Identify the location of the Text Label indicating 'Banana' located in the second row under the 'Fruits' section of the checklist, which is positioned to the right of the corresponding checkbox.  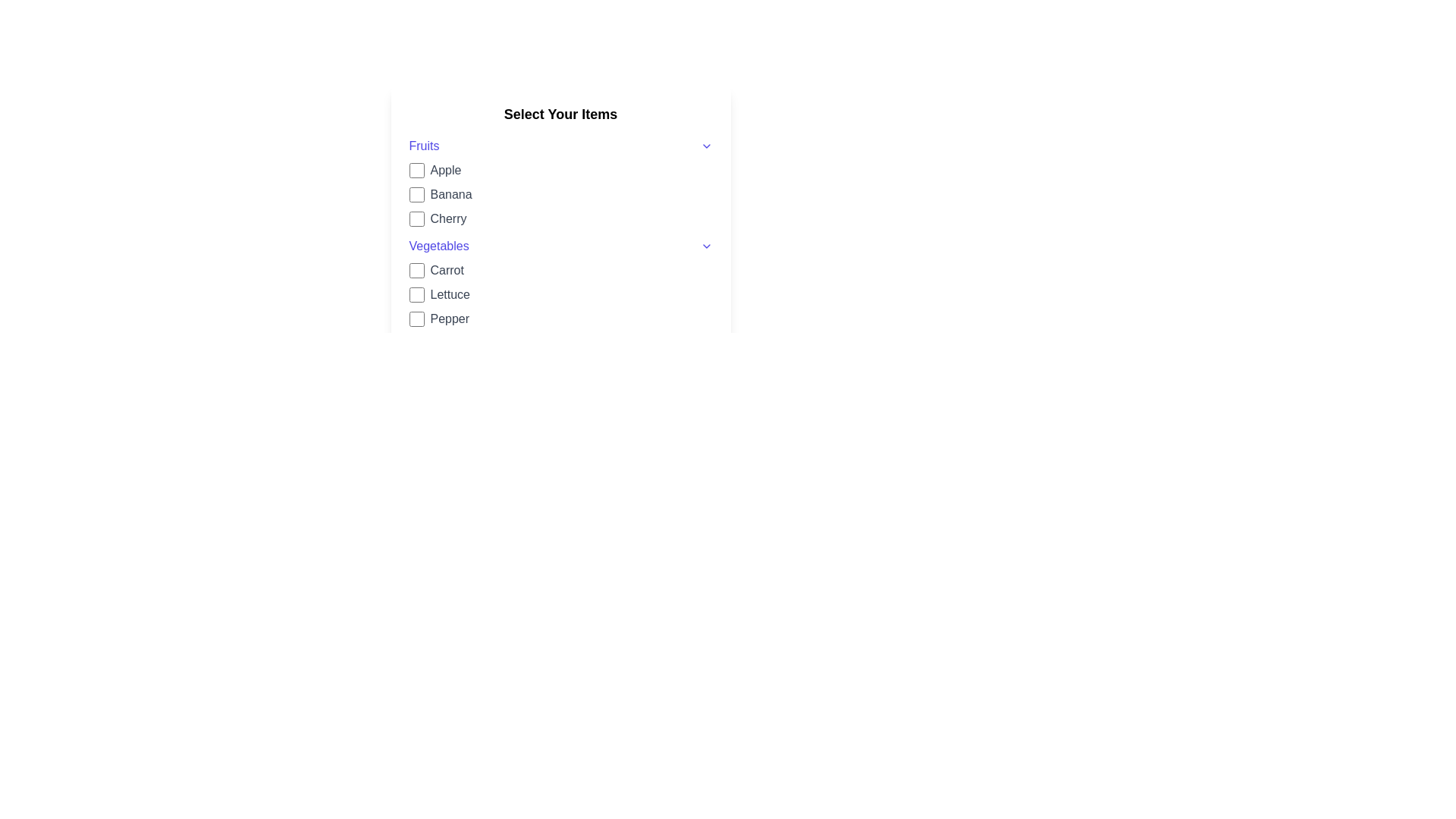
(450, 194).